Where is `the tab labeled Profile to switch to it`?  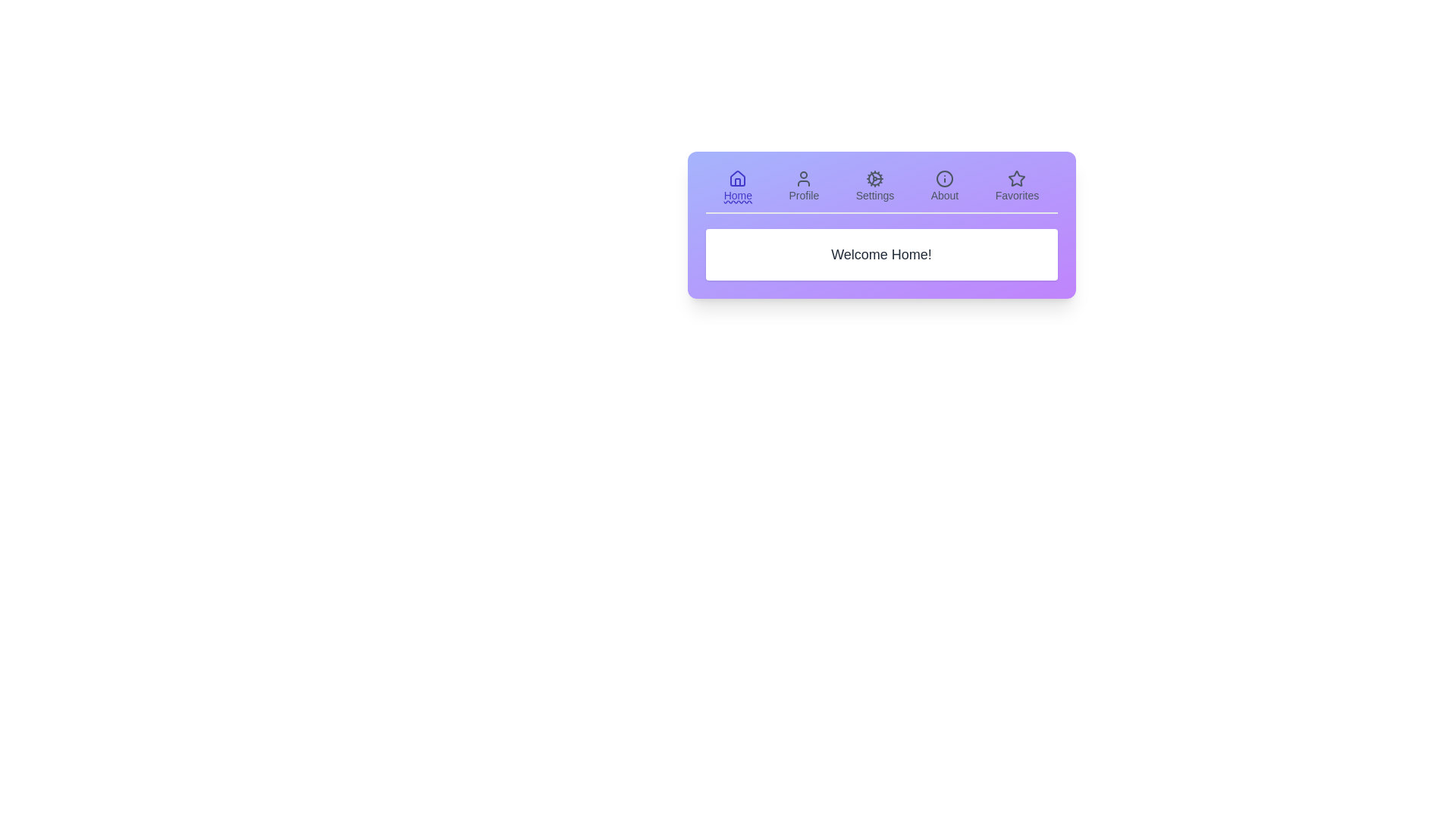 the tab labeled Profile to switch to it is located at coordinates (803, 186).